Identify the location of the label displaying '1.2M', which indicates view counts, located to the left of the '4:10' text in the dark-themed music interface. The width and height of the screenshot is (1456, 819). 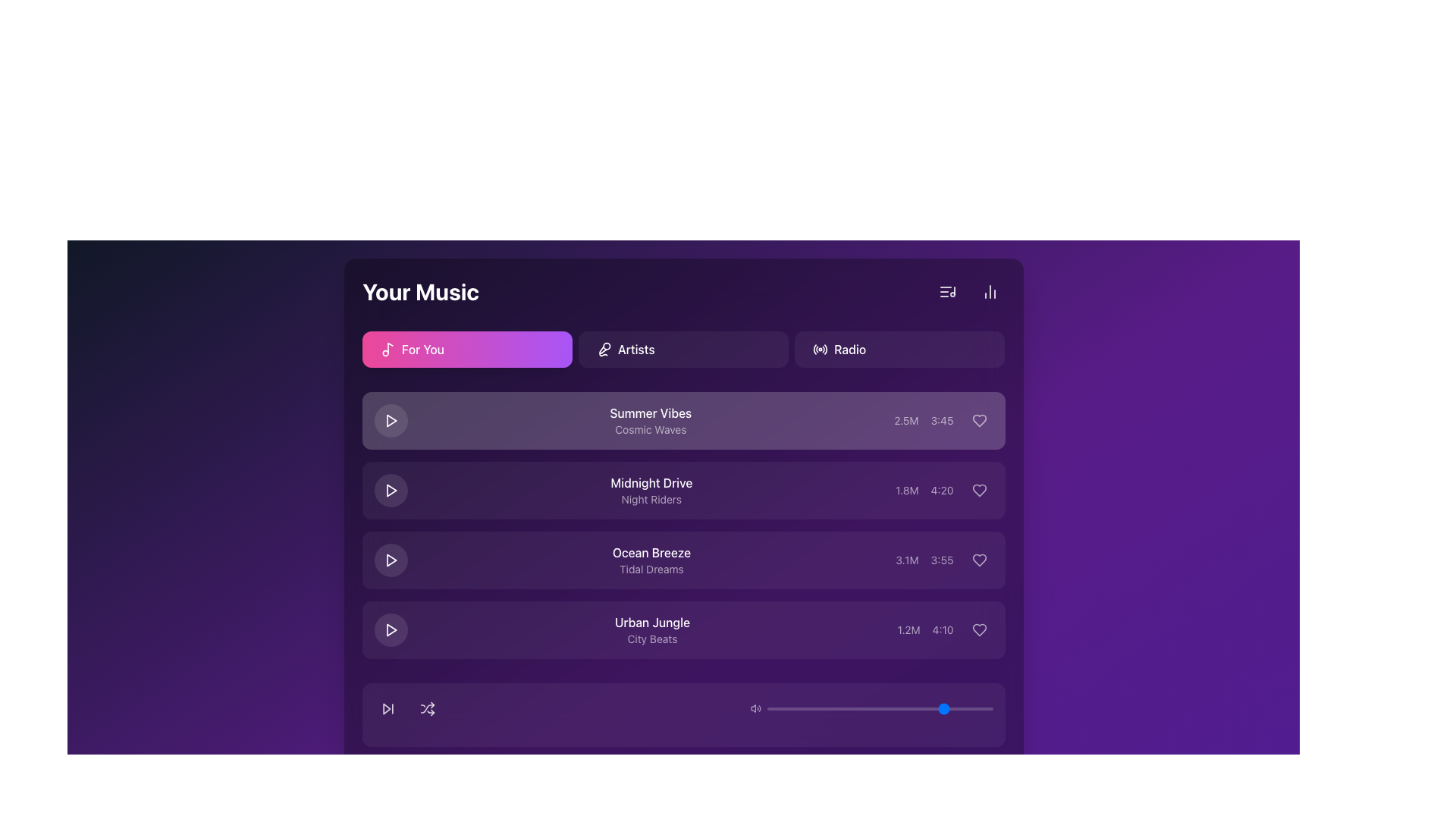
(908, 629).